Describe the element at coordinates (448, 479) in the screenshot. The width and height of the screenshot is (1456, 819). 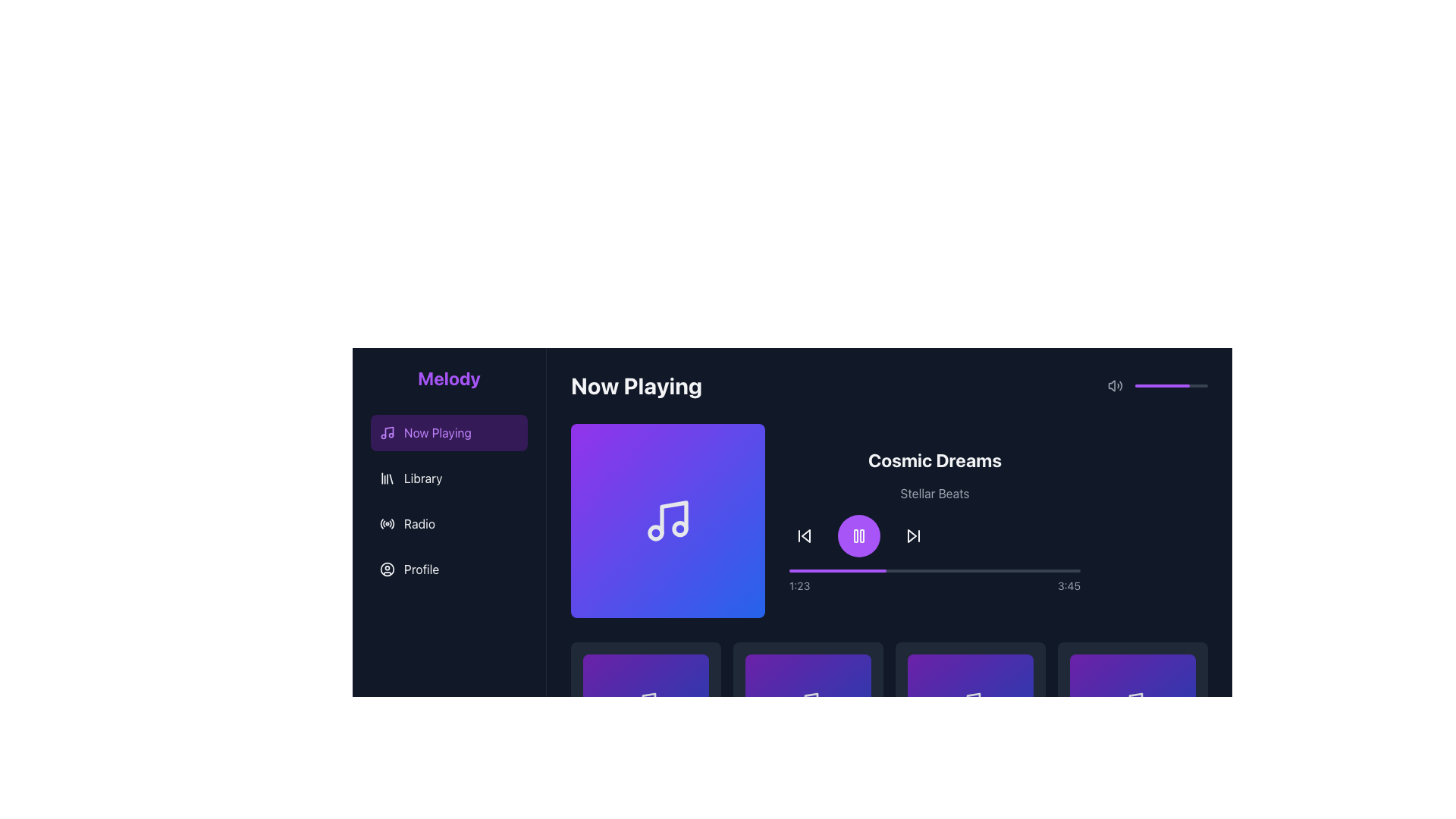
I see `the 'Library' navigation button located in the left sidebar, positioned between the 'Now Playing' and 'Radio' buttons` at that location.